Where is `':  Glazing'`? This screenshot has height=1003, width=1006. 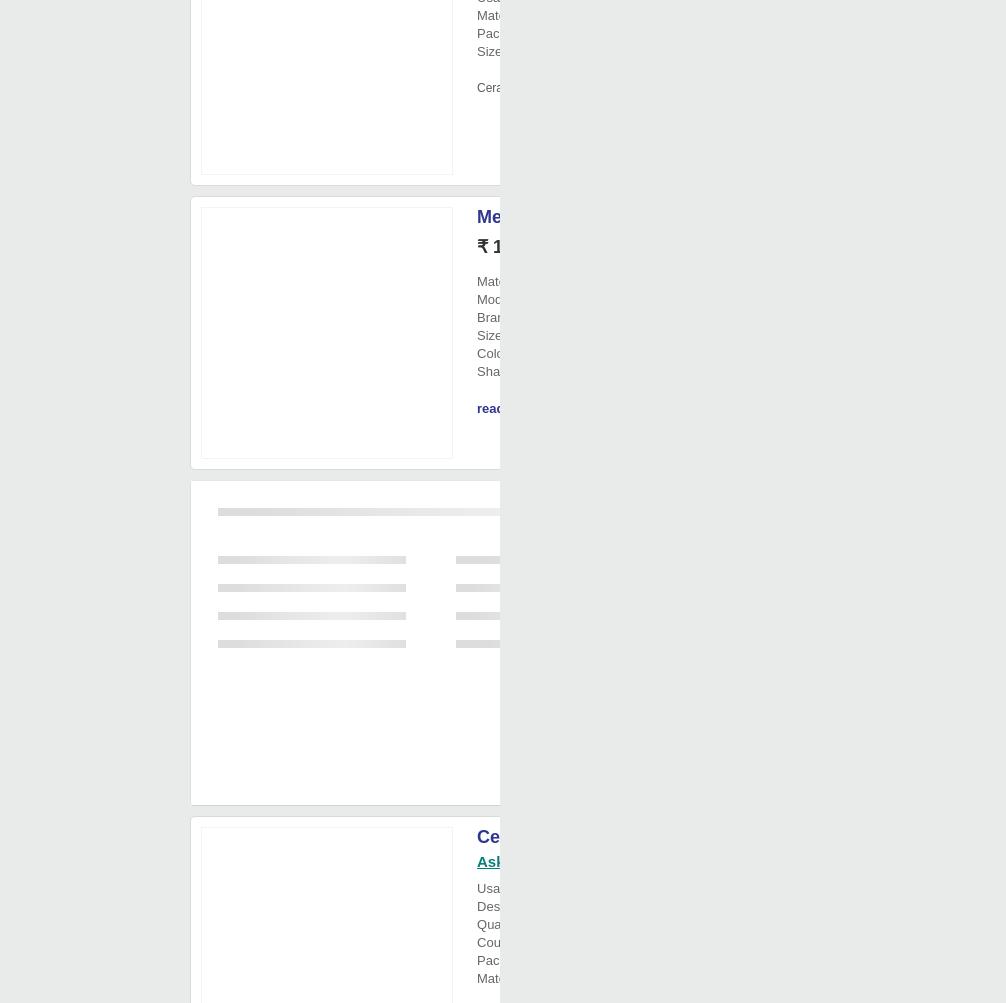
':  Glazing' is located at coordinates (589, 905).